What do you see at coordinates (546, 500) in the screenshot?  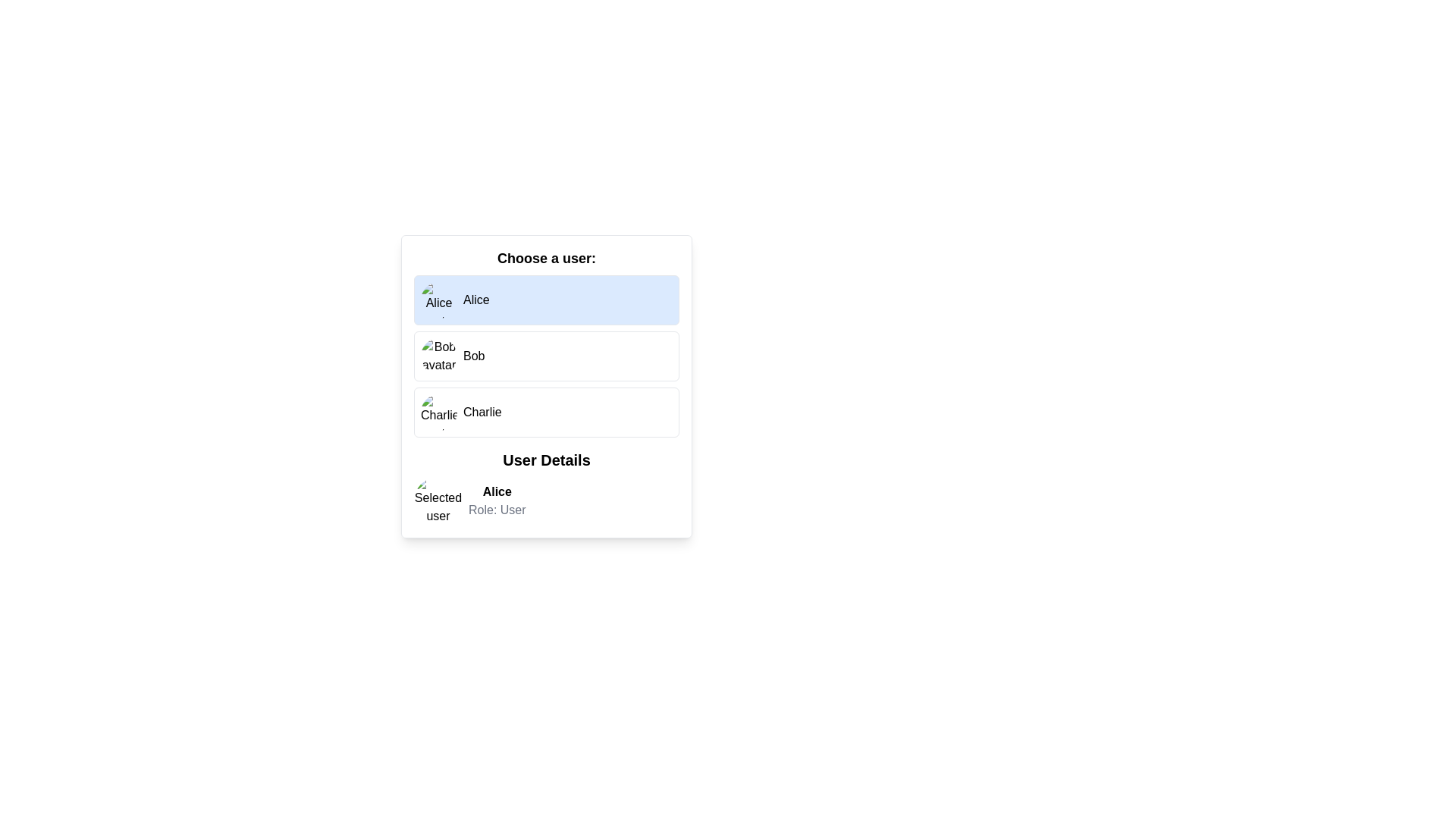 I see `the Information display element containing a circular avatar labeled 'Selected user' with the name 'Alice' and subtitle 'Role: User'` at bounding box center [546, 500].